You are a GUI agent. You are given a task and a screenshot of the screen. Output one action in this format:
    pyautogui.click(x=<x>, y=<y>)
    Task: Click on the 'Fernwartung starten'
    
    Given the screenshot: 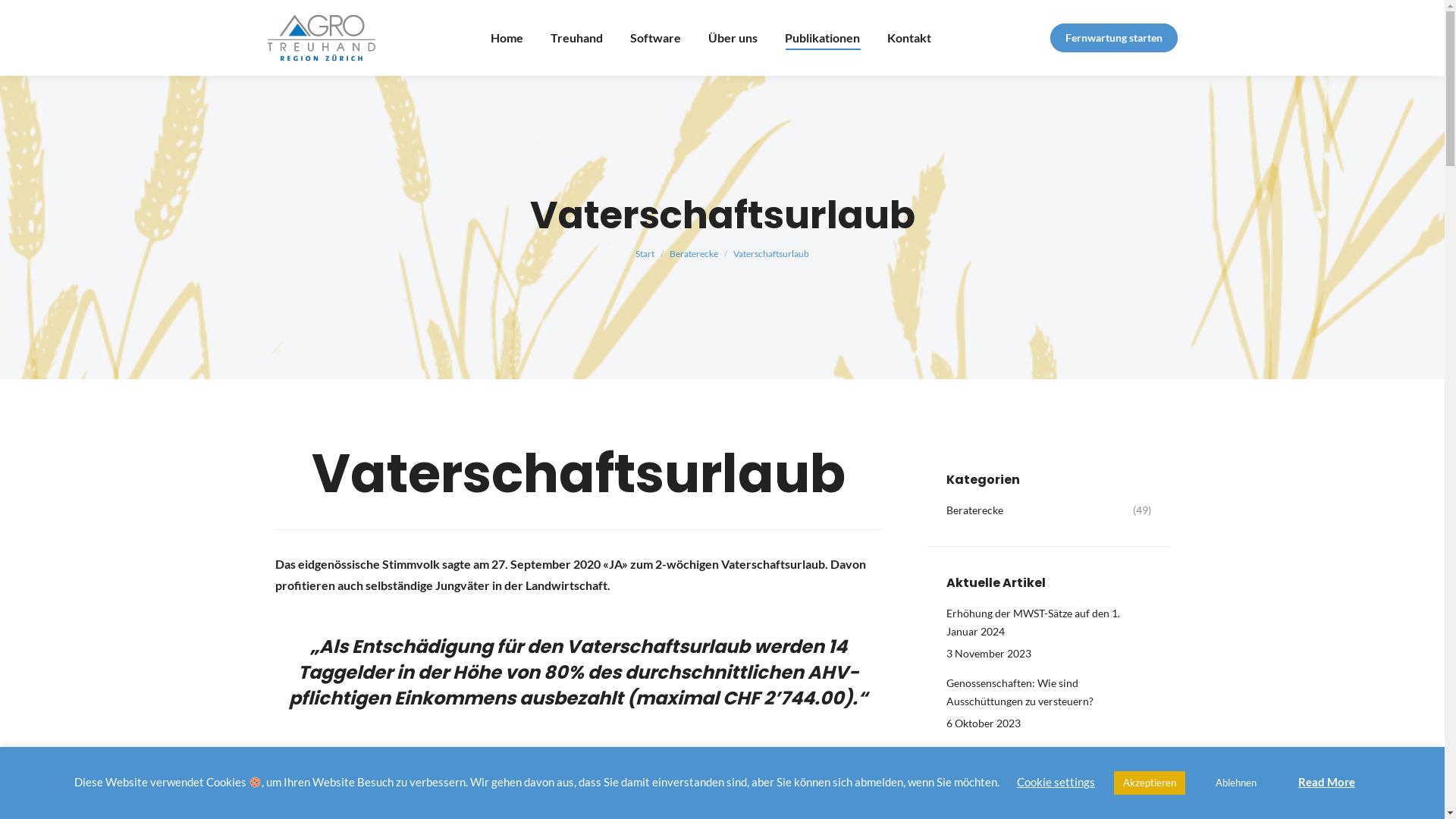 What is the action you would take?
    pyautogui.click(x=1113, y=37)
    